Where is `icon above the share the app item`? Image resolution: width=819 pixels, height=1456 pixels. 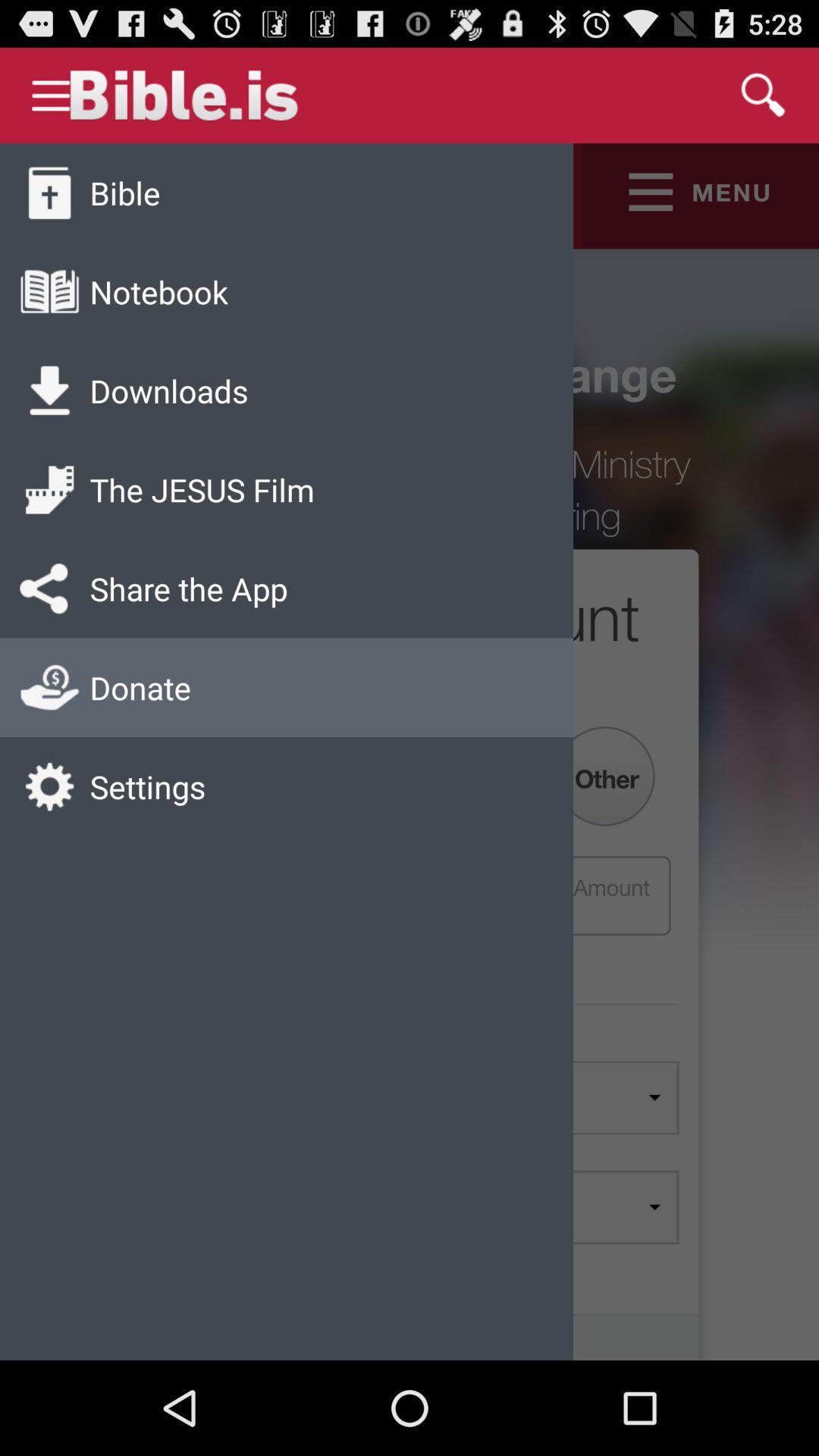
icon above the share the app item is located at coordinates (201, 489).